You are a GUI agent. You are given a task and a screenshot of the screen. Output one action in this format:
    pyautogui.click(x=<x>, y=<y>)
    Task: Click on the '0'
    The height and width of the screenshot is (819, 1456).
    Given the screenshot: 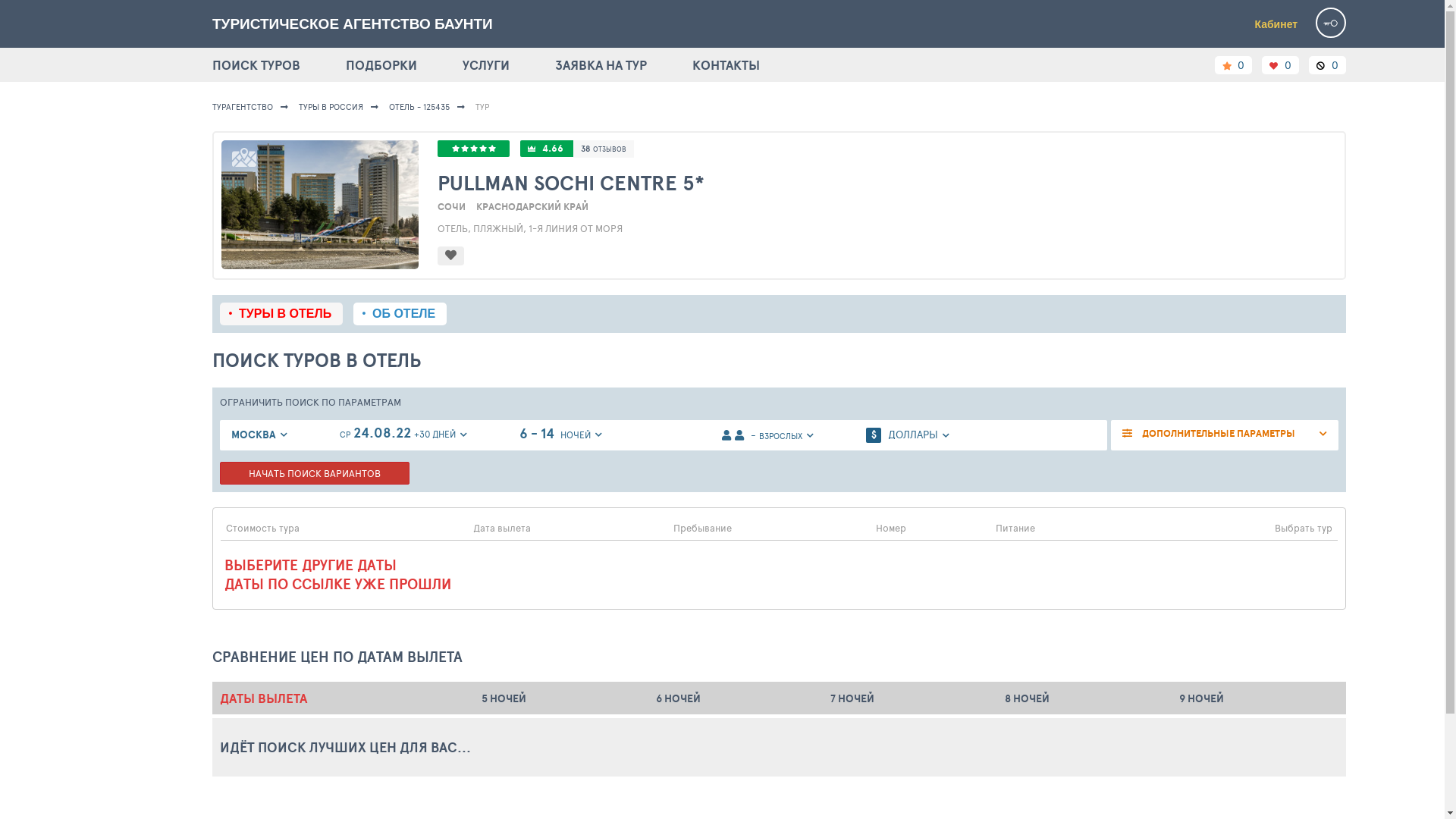 What is the action you would take?
    pyautogui.click(x=1326, y=64)
    